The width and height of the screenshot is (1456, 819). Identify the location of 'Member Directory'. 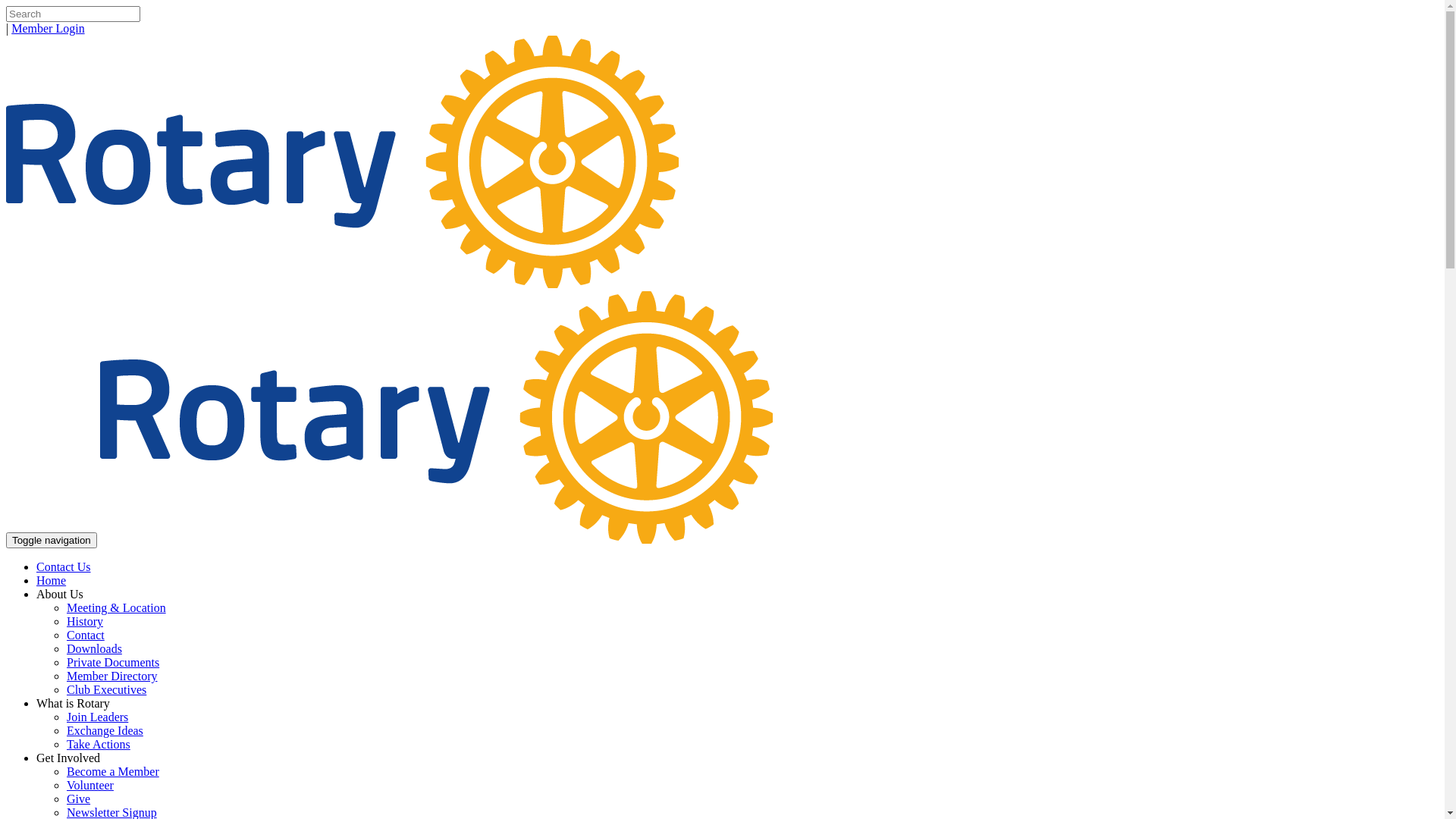
(111, 675).